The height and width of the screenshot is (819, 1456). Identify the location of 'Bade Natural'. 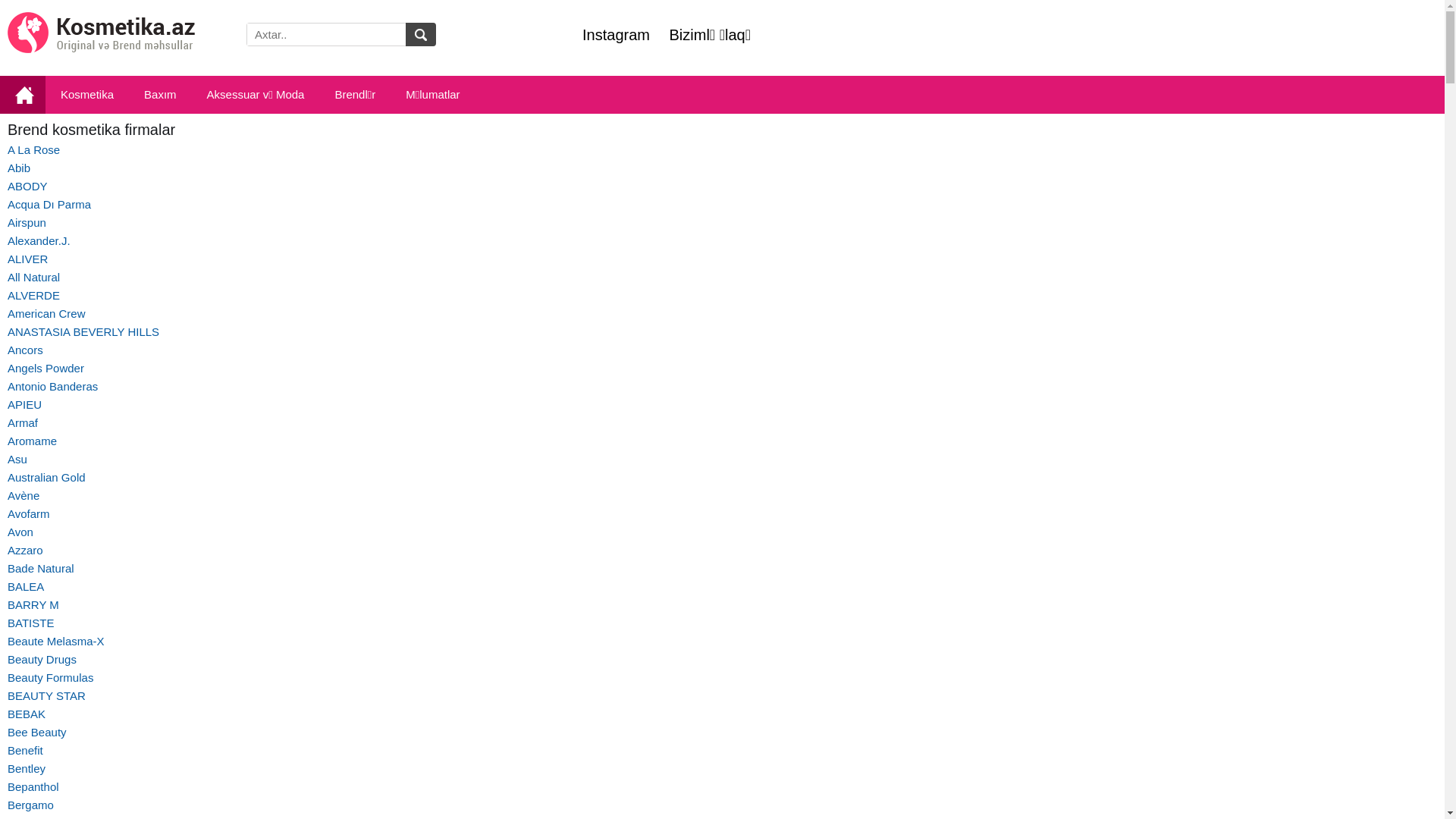
(40, 568).